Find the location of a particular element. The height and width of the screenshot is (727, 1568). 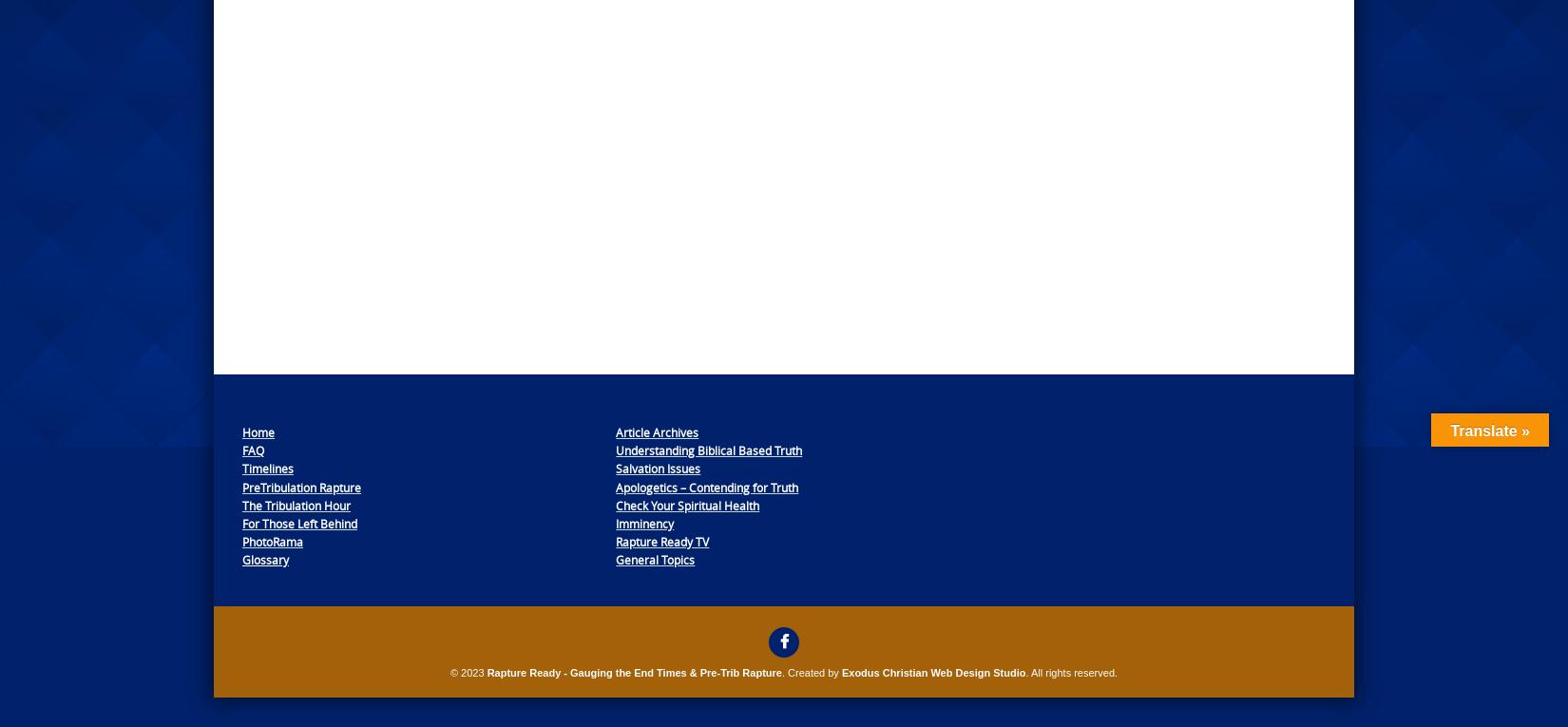

'Translate »' is located at coordinates (1448, 430).